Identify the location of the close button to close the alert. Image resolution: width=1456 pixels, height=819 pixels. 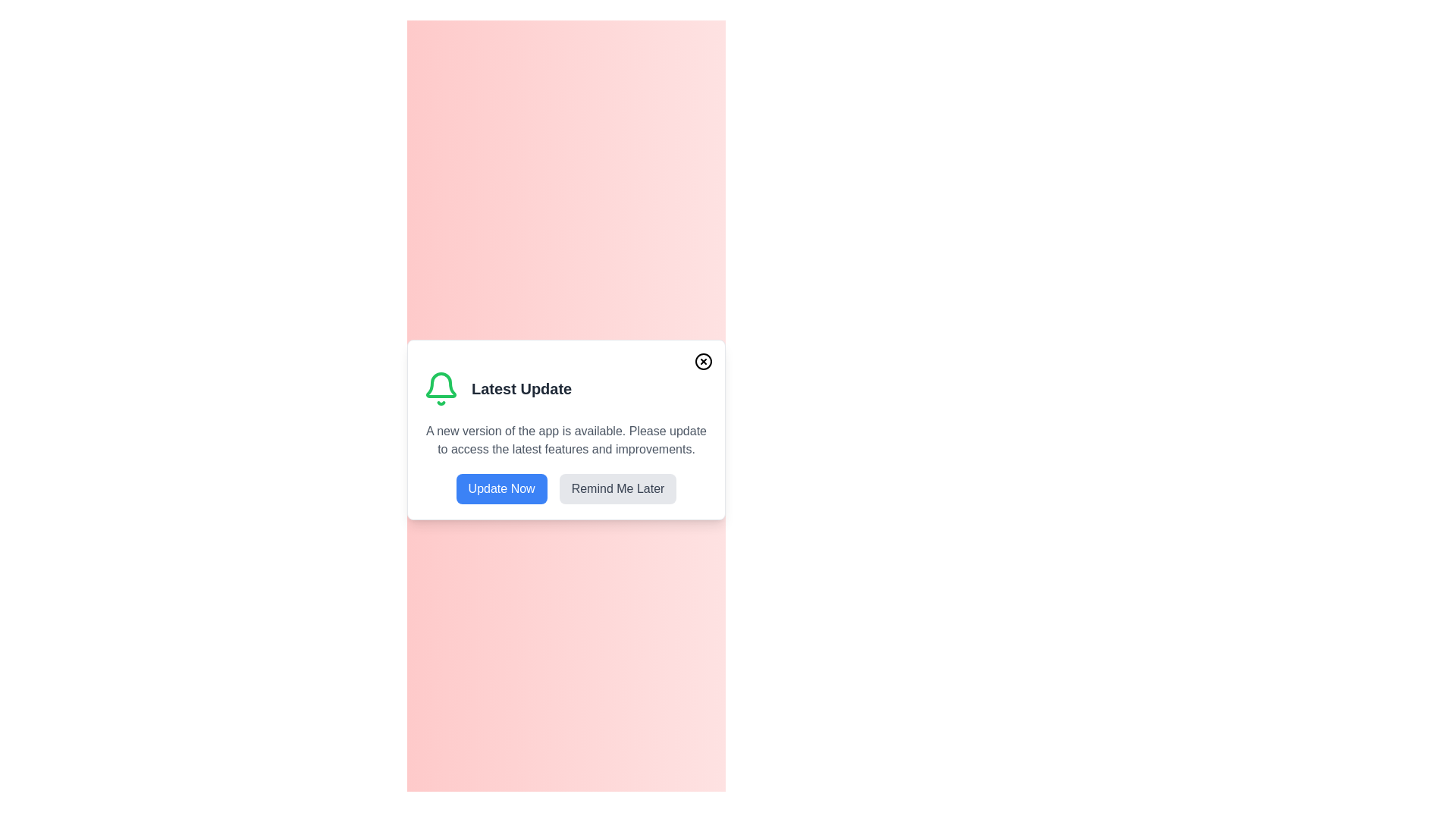
(702, 362).